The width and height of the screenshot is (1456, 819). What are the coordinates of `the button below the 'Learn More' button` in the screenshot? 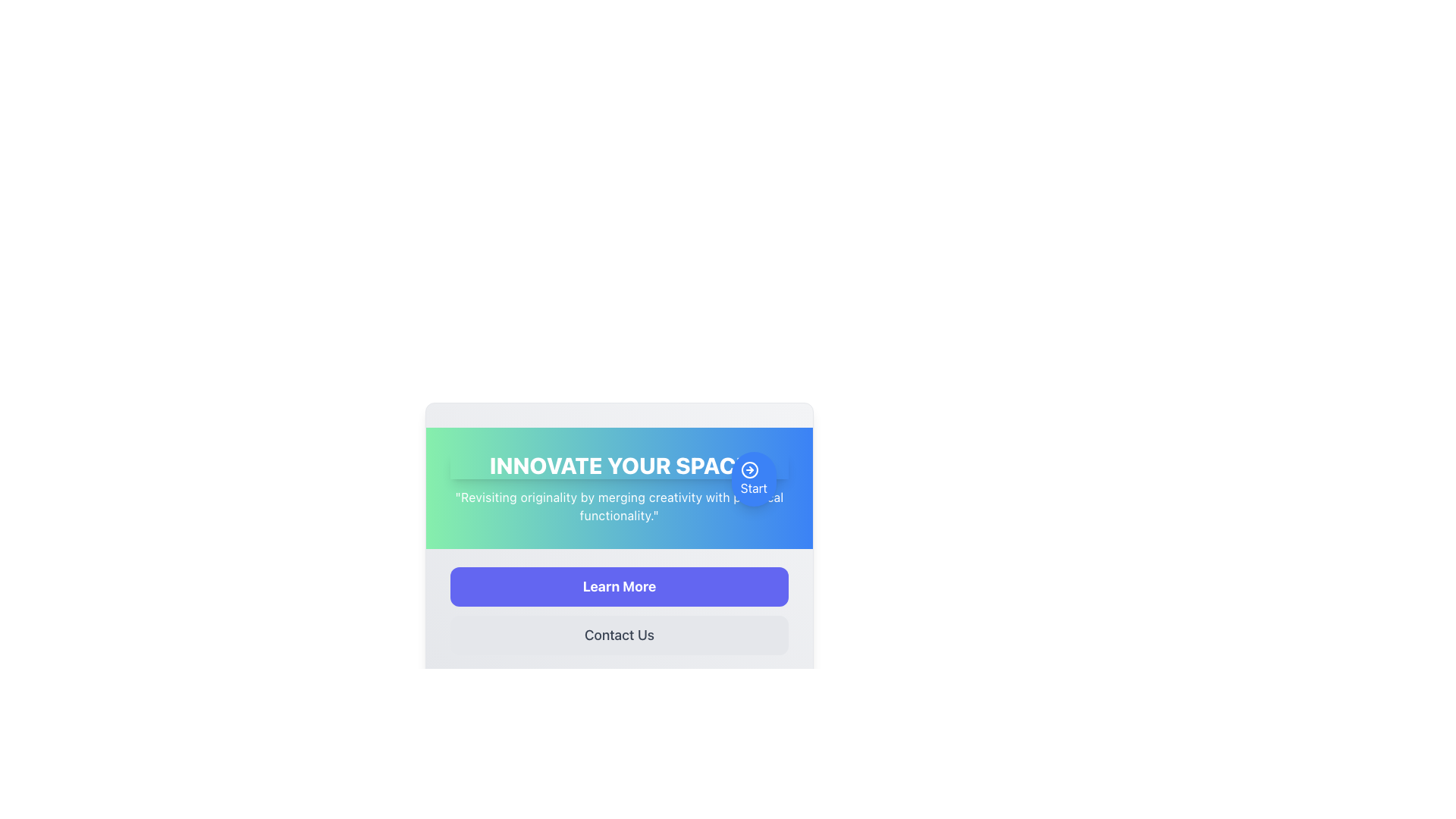 It's located at (619, 635).